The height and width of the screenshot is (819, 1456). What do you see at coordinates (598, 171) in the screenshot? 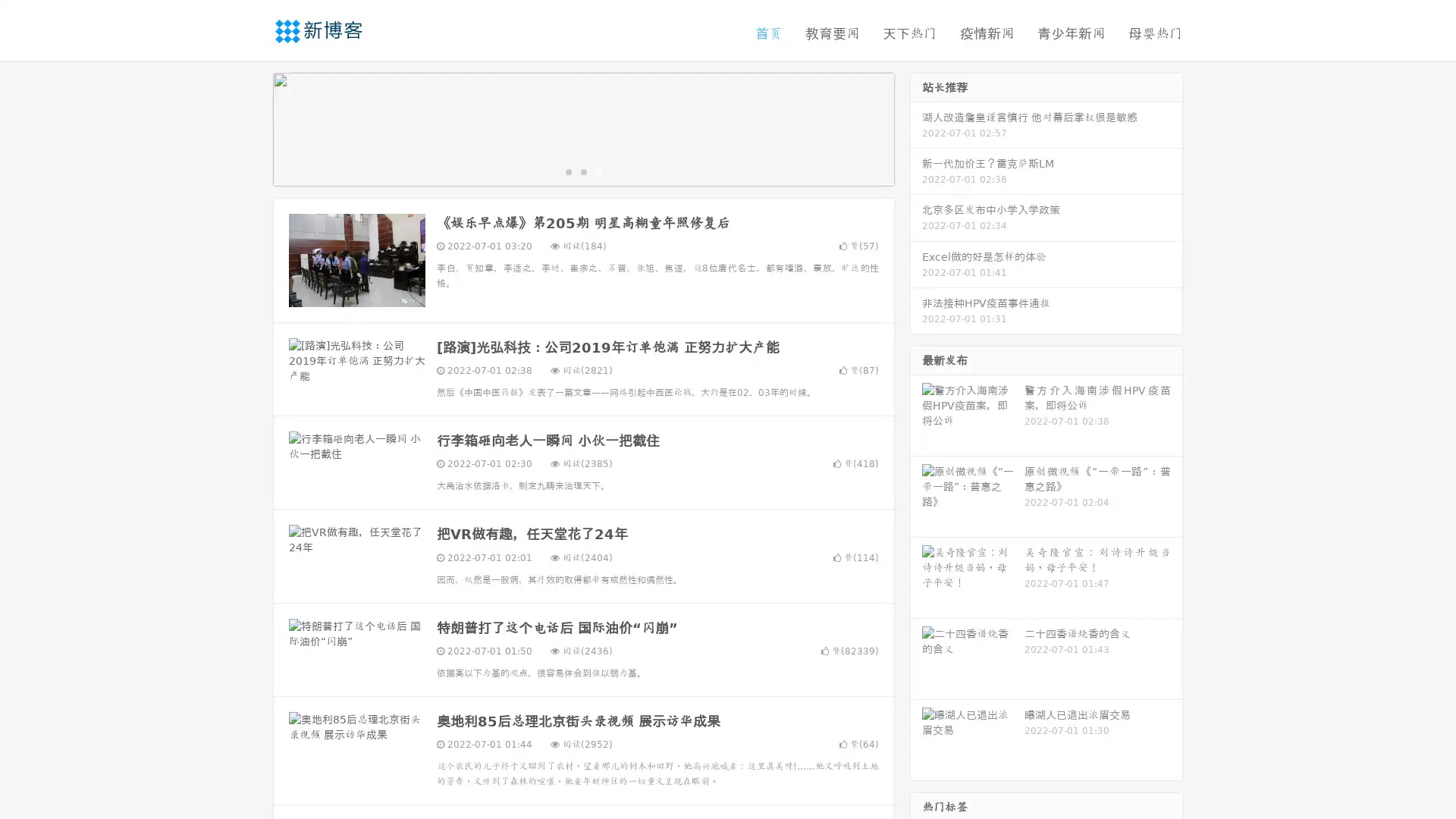
I see `Go to slide 3` at bounding box center [598, 171].